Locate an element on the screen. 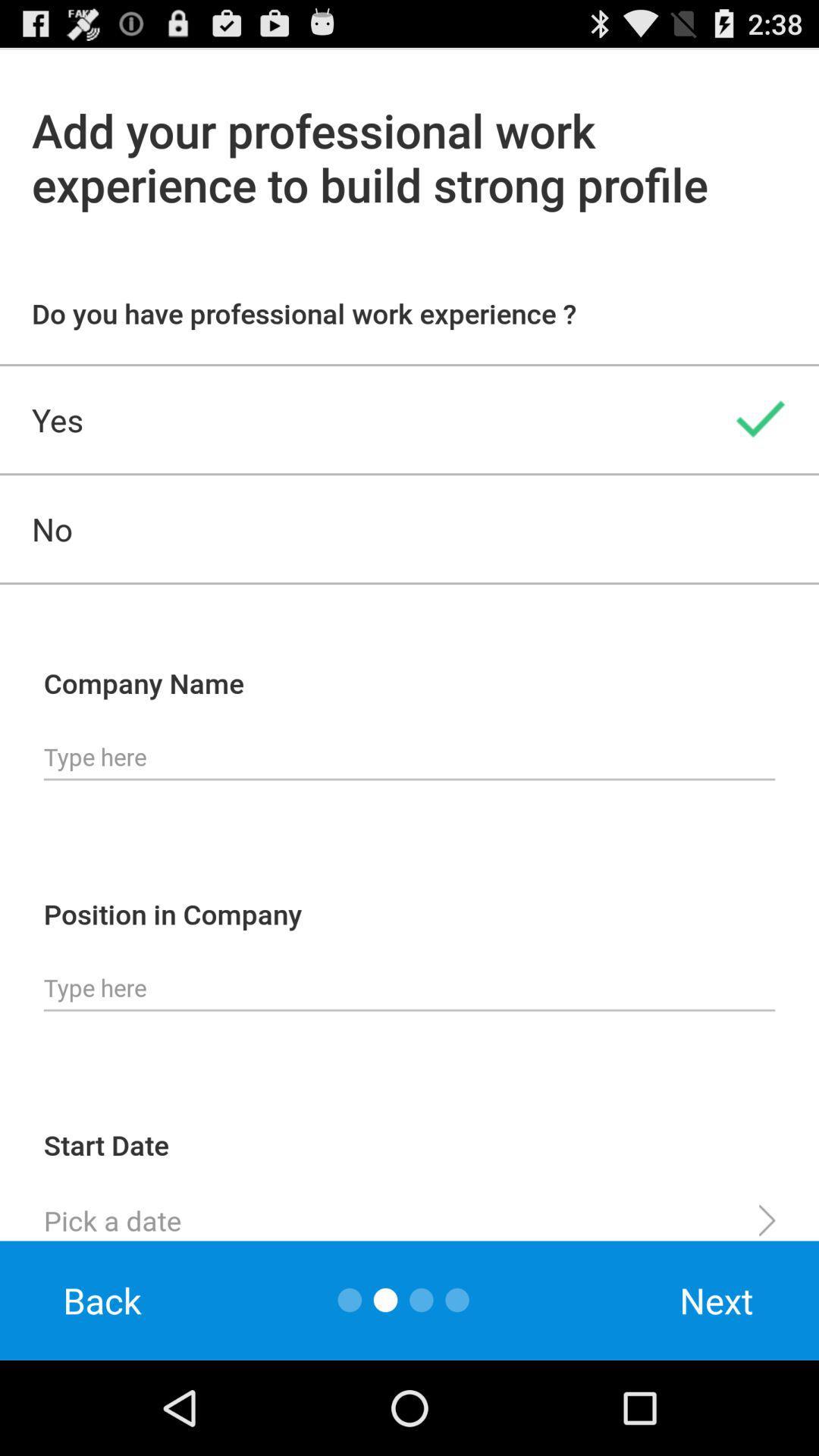 This screenshot has width=819, height=1456. start date is located at coordinates (409, 1214).